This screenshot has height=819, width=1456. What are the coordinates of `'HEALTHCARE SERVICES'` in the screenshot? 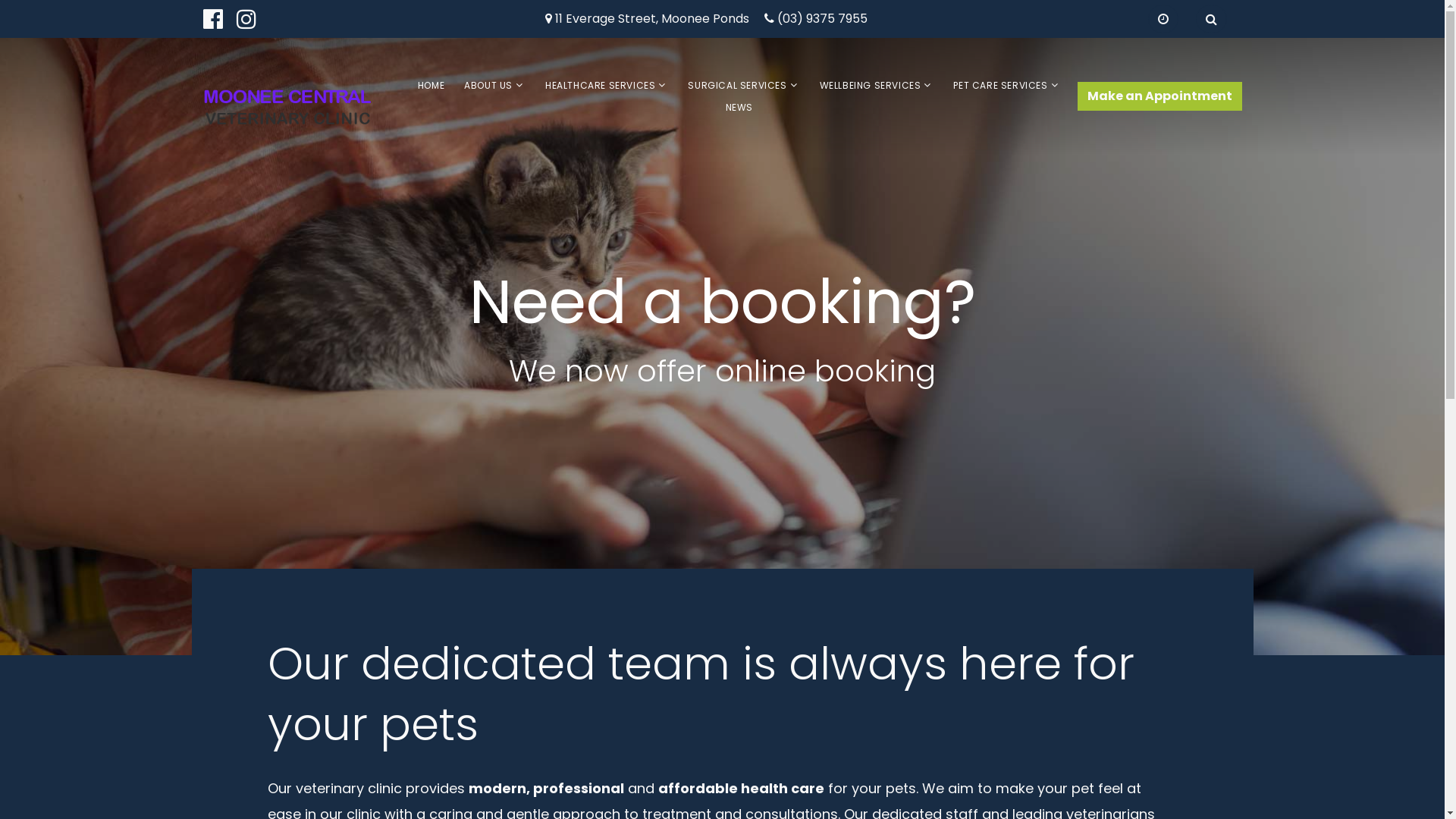 It's located at (599, 85).